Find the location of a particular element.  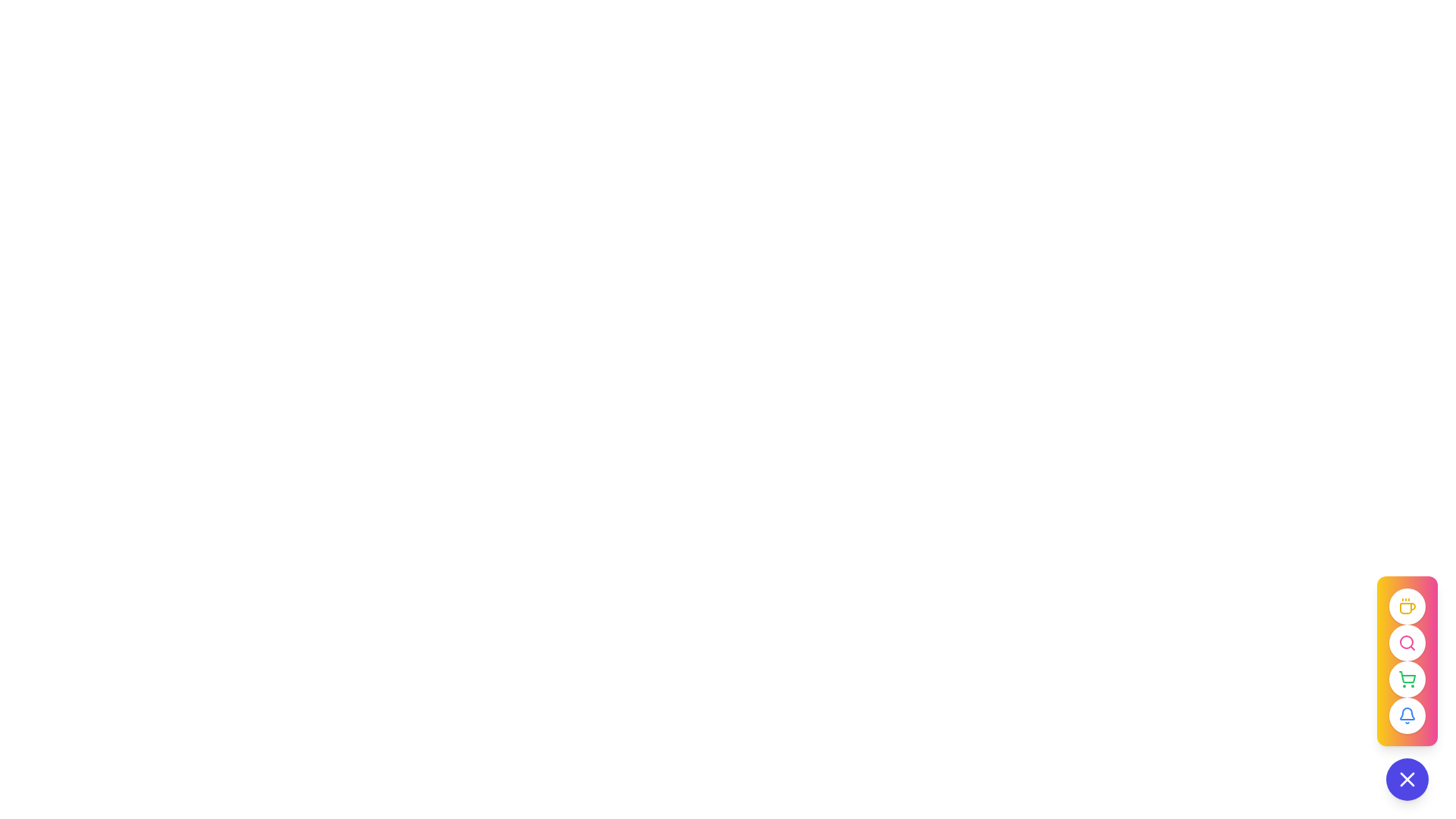

the circular button with a pink magnifying glass icon located in the sidebar is located at coordinates (1407, 643).